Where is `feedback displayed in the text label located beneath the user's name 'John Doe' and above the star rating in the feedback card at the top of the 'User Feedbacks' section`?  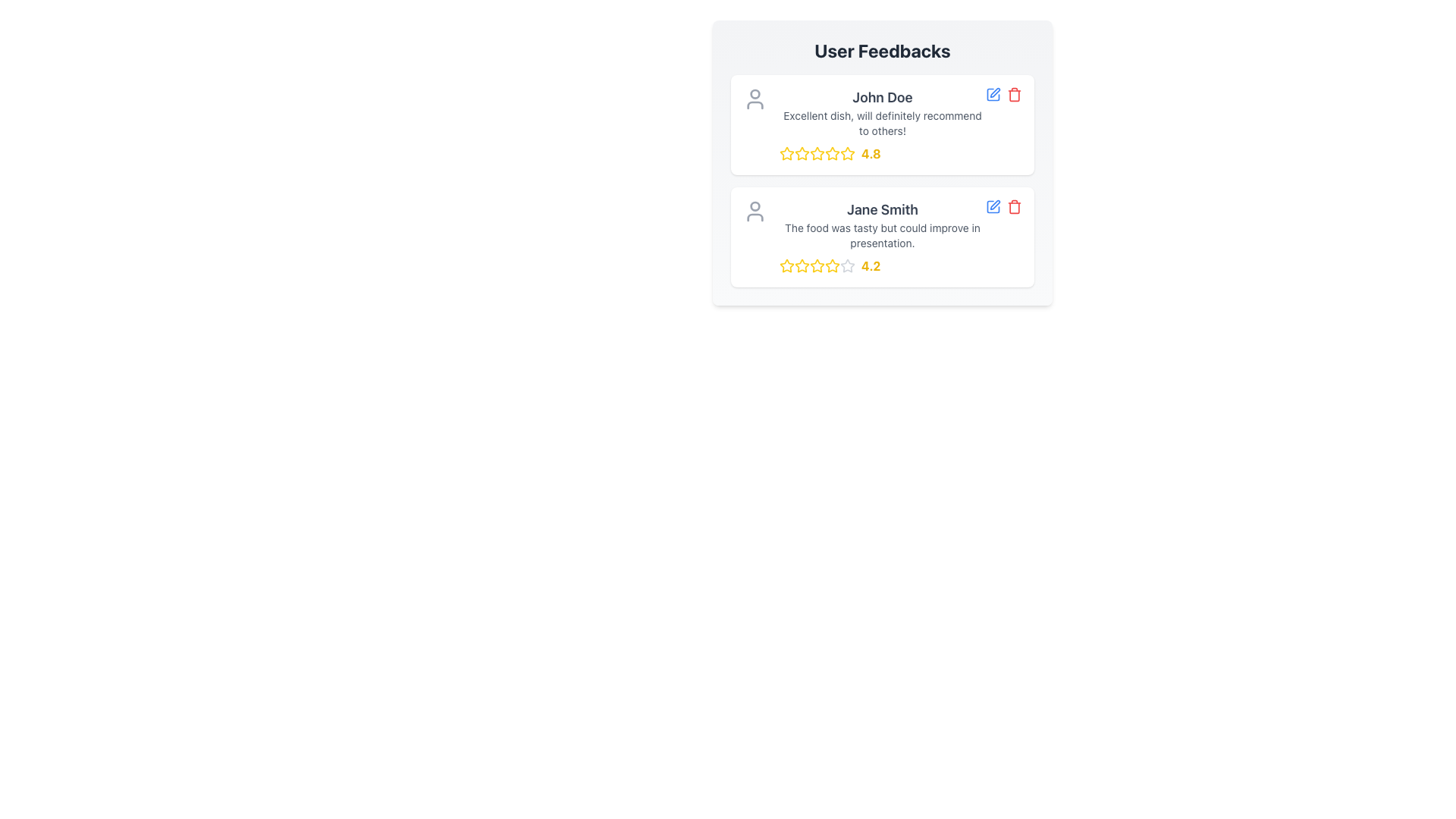 feedback displayed in the text label located beneath the user's name 'John Doe' and above the star rating in the feedback card at the top of the 'User Feedbacks' section is located at coordinates (882, 122).